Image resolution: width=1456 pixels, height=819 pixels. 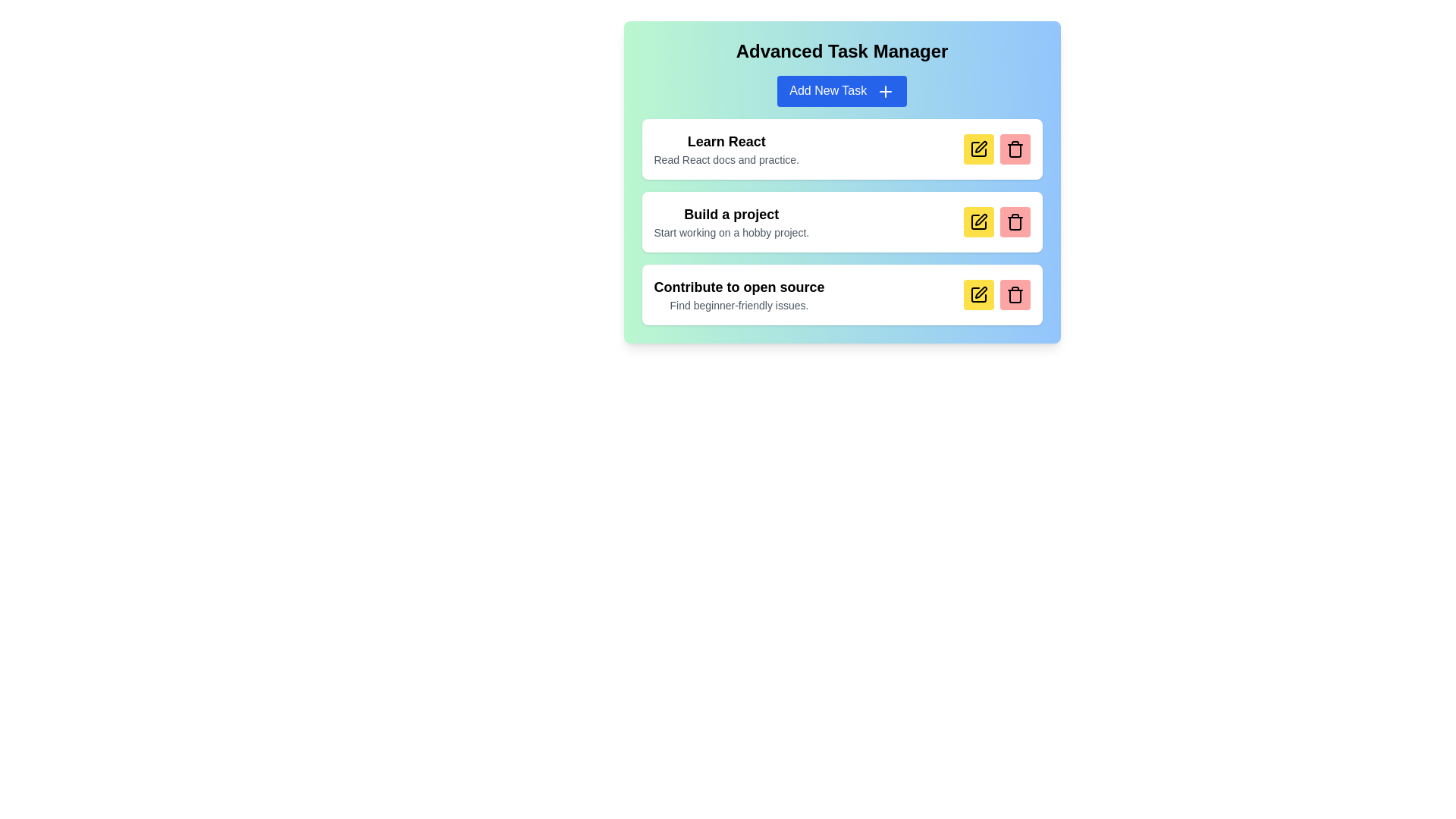 What do you see at coordinates (978, 294) in the screenshot?
I see `edit button for the task titled Contribute to open source` at bounding box center [978, 294].